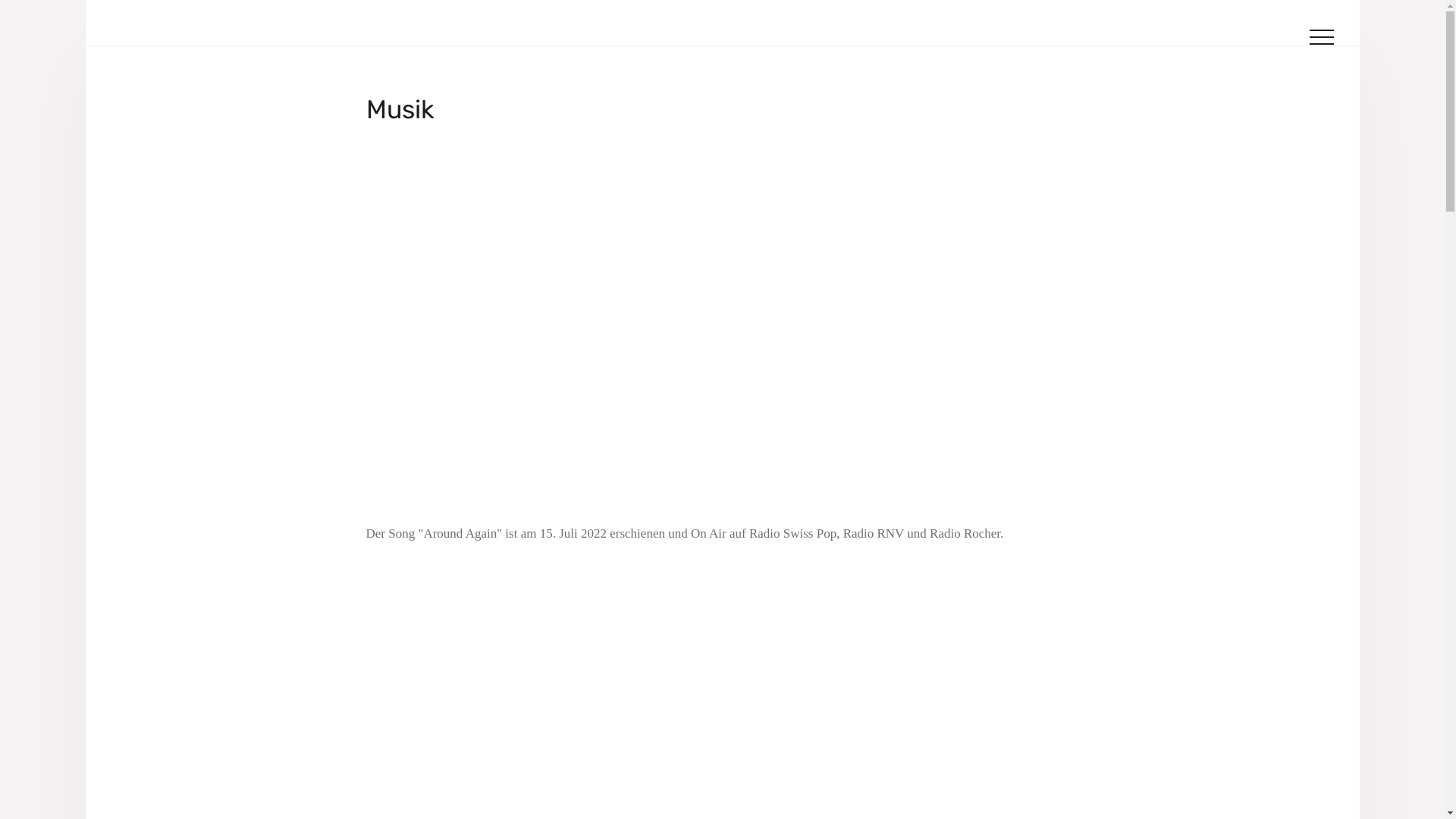 This screenshot has width=1456, height=819. What do you see at coordinates (577, 326) in the screenshot?
I see `'YouTube video player'` at bounding box center [577, 326].